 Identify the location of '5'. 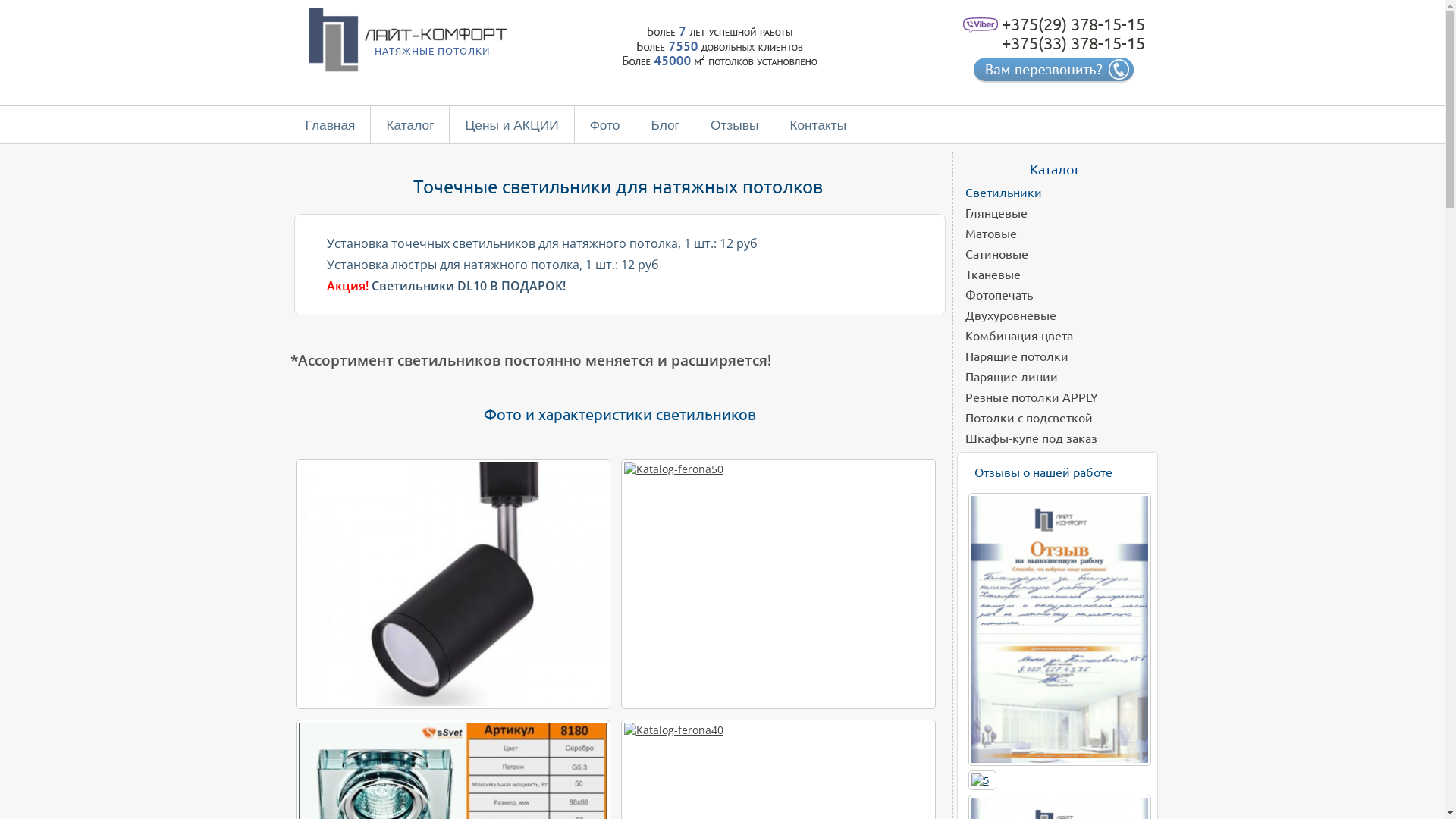
(979, 780).